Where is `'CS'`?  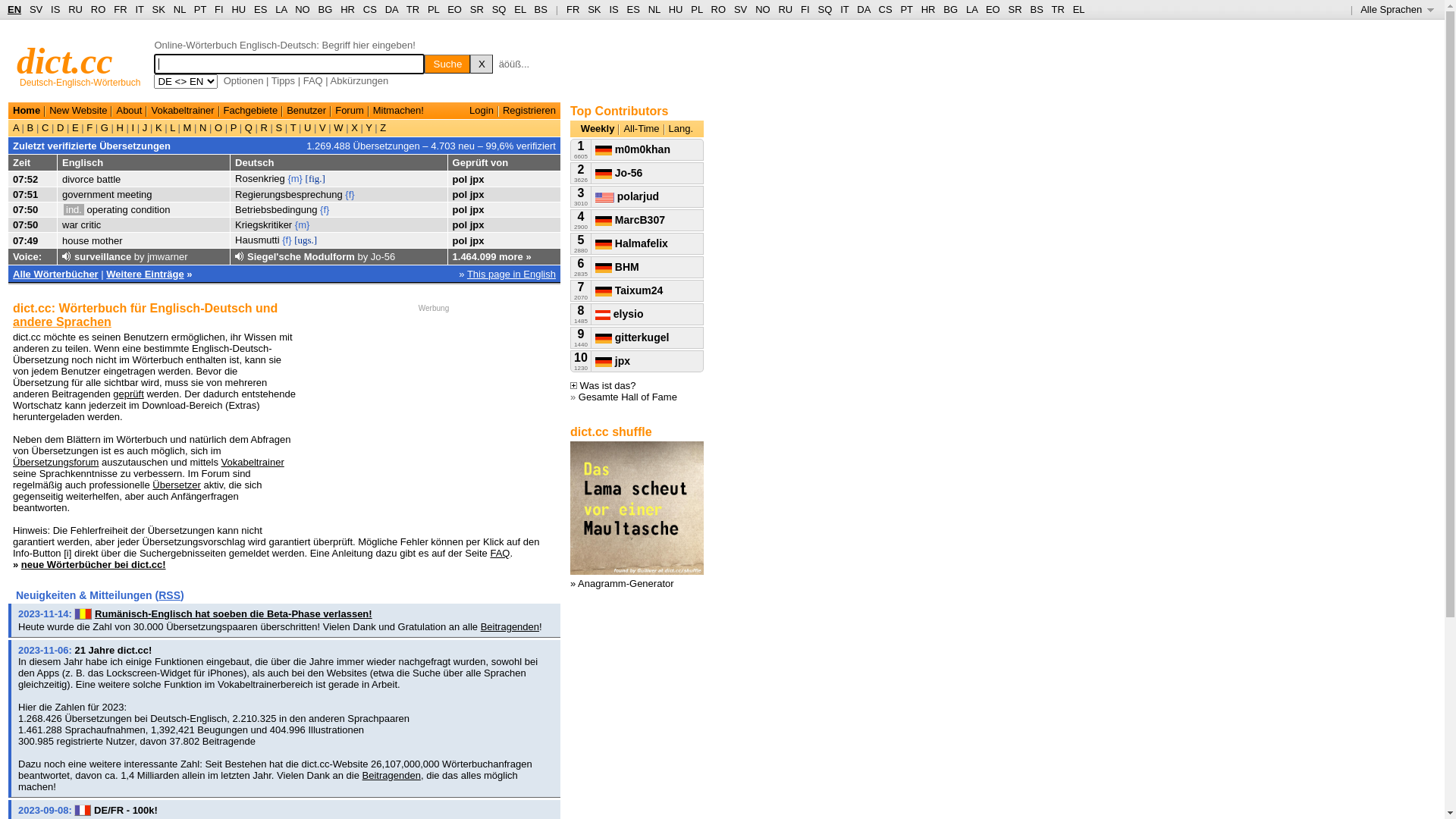
'CS' is located at coordinates (884, 9).